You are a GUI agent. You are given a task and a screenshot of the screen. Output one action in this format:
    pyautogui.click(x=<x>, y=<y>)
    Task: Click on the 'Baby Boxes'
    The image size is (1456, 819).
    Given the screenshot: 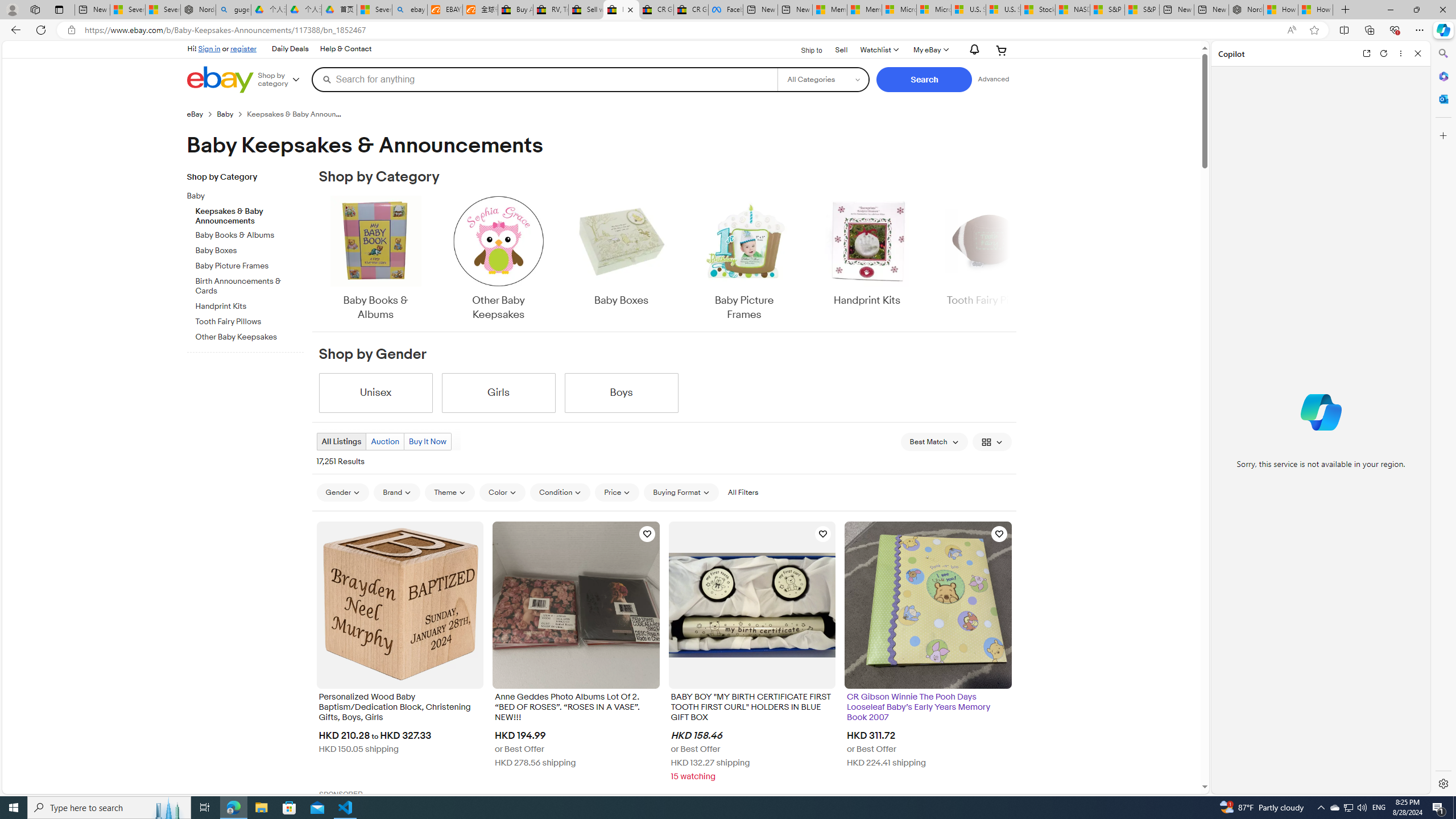 What is the action you would take?
    pyautogui.click(x=621, y=259)
    